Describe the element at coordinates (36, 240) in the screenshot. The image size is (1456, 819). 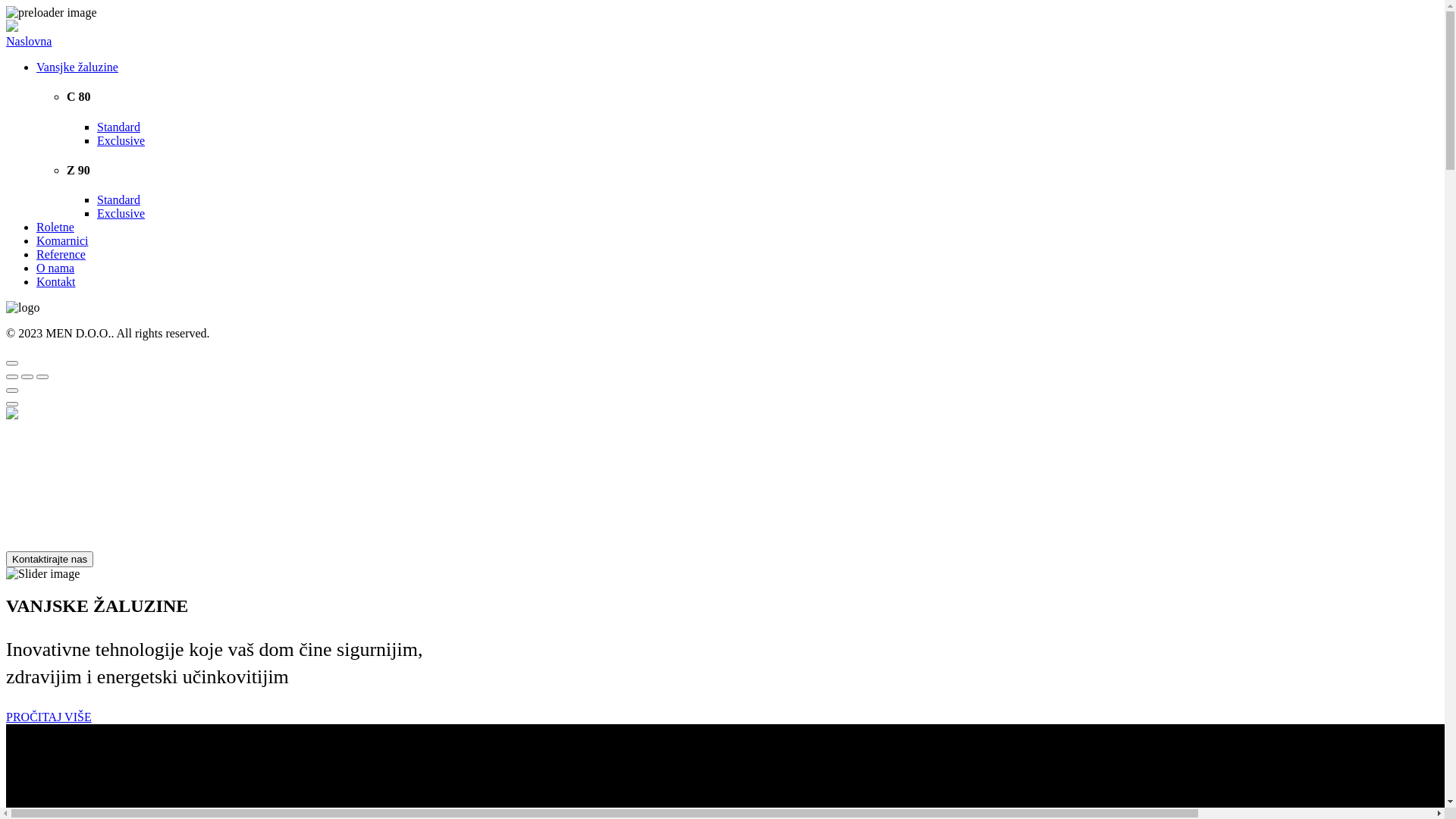
I see `'Komarnici'` at that location.